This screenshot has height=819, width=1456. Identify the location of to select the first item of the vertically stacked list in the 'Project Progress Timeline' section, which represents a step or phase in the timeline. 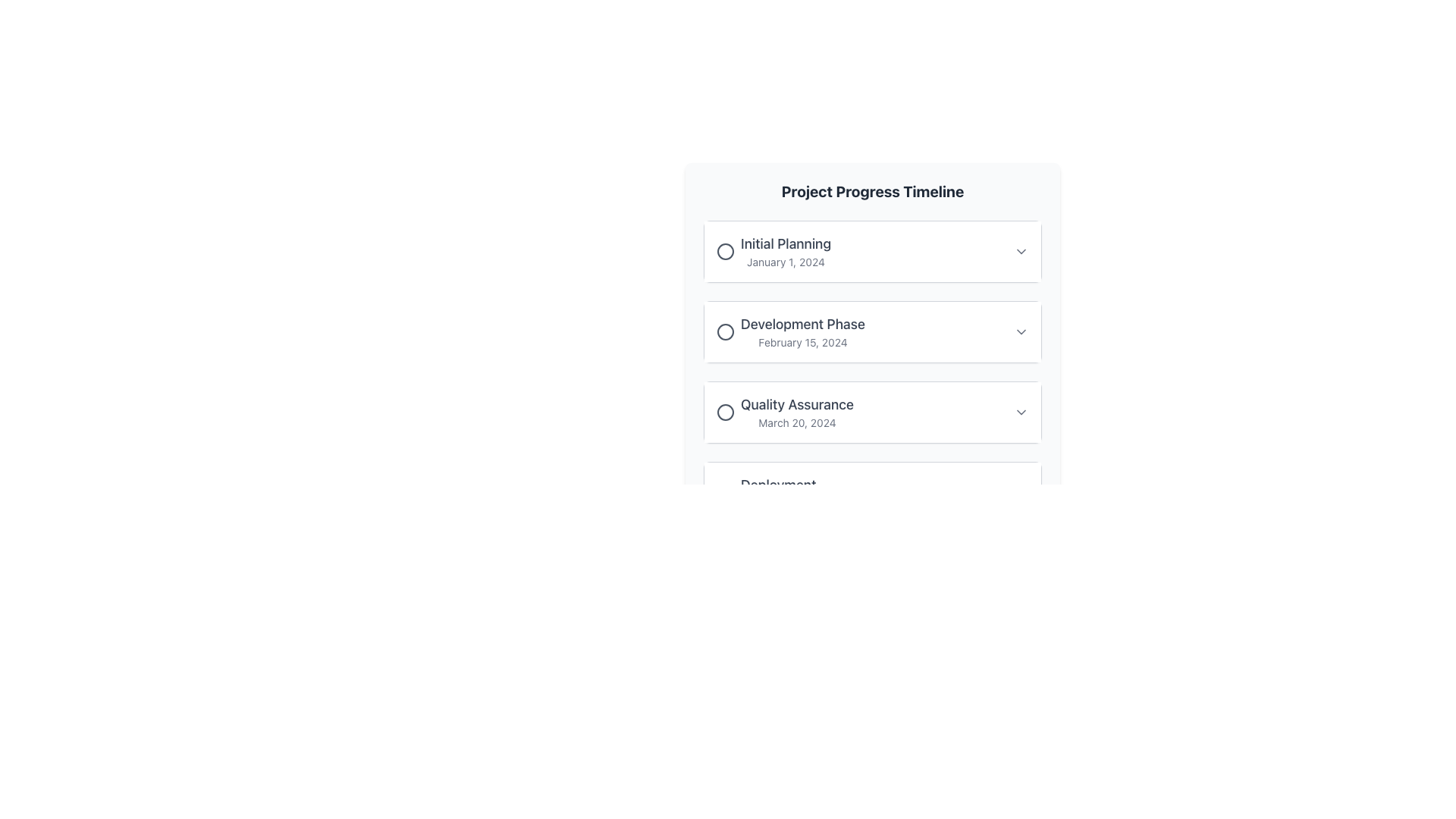
(873, 250).